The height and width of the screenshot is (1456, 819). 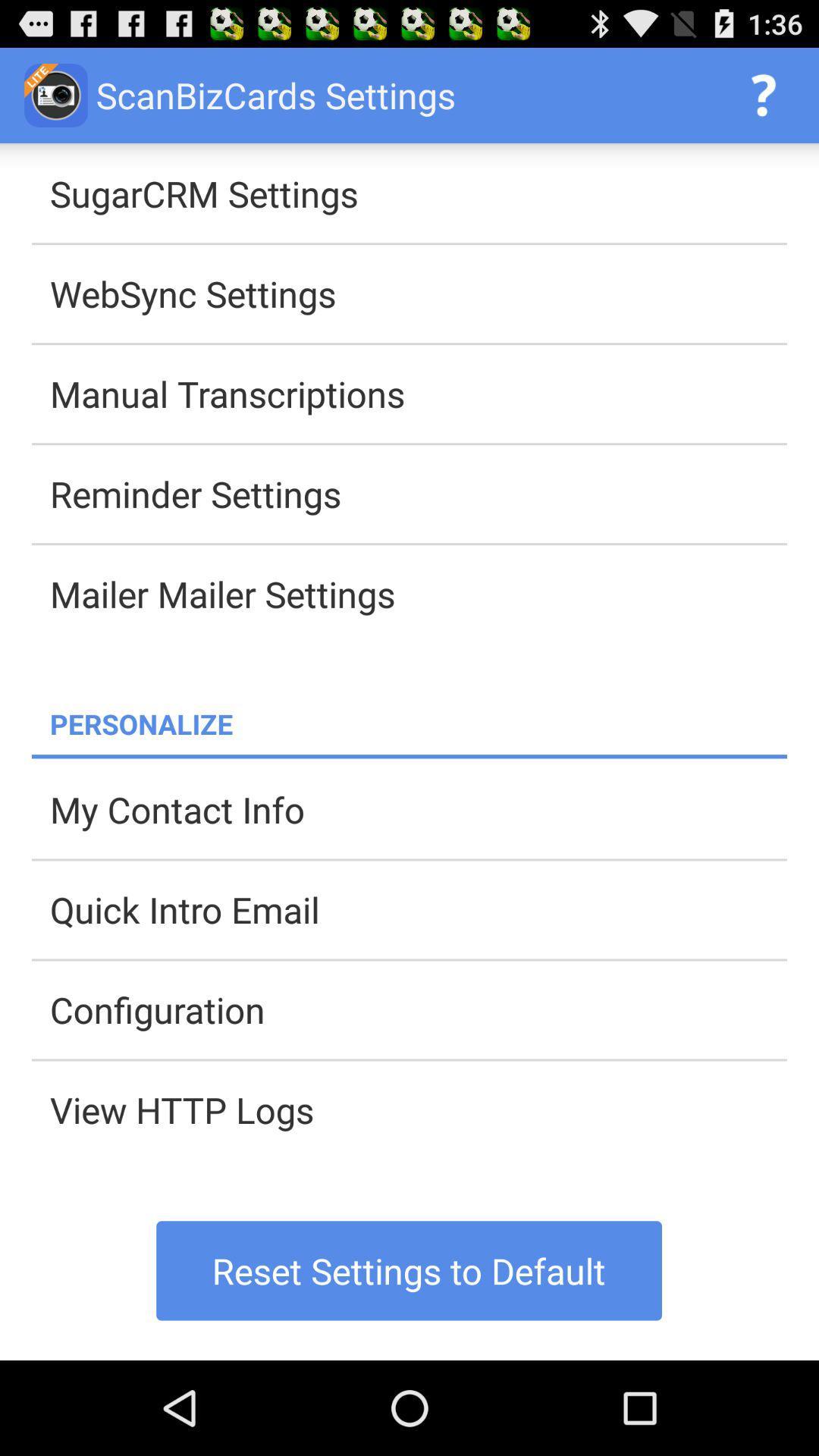 What do you see at coordinates (418, 293) in the screenshot?
I see `websync settings app` at bounding box center [418, 293].